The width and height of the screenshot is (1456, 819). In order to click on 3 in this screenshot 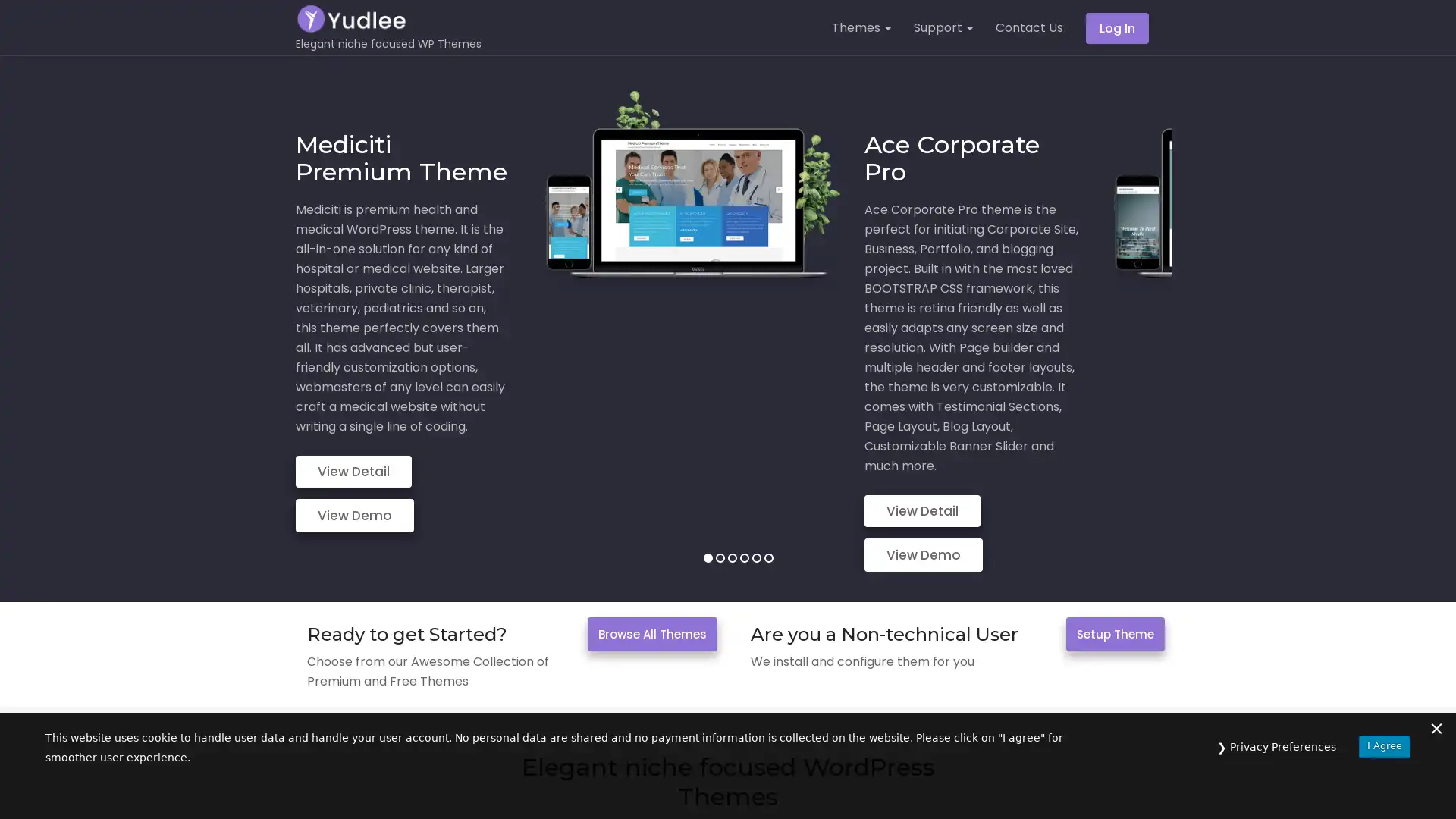, I will do `click(731, 451)`.